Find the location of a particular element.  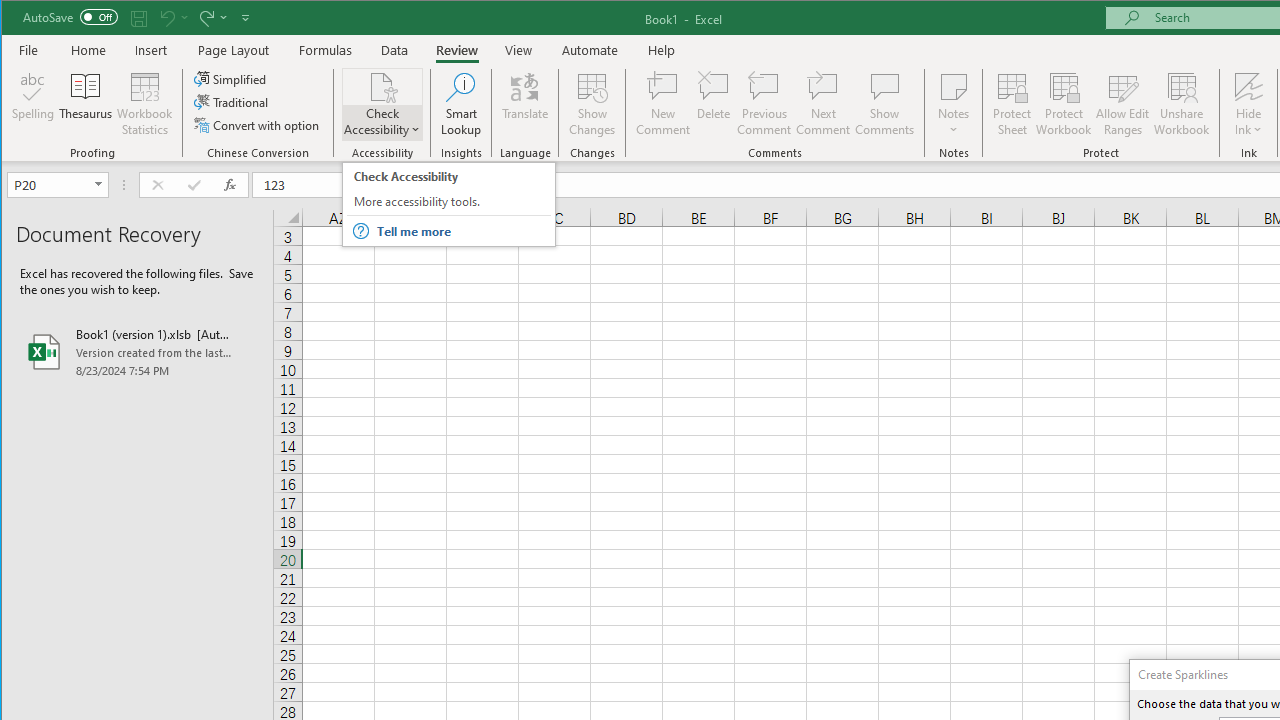

'Unshare Workbook' is located at coordinates (1182, 104).